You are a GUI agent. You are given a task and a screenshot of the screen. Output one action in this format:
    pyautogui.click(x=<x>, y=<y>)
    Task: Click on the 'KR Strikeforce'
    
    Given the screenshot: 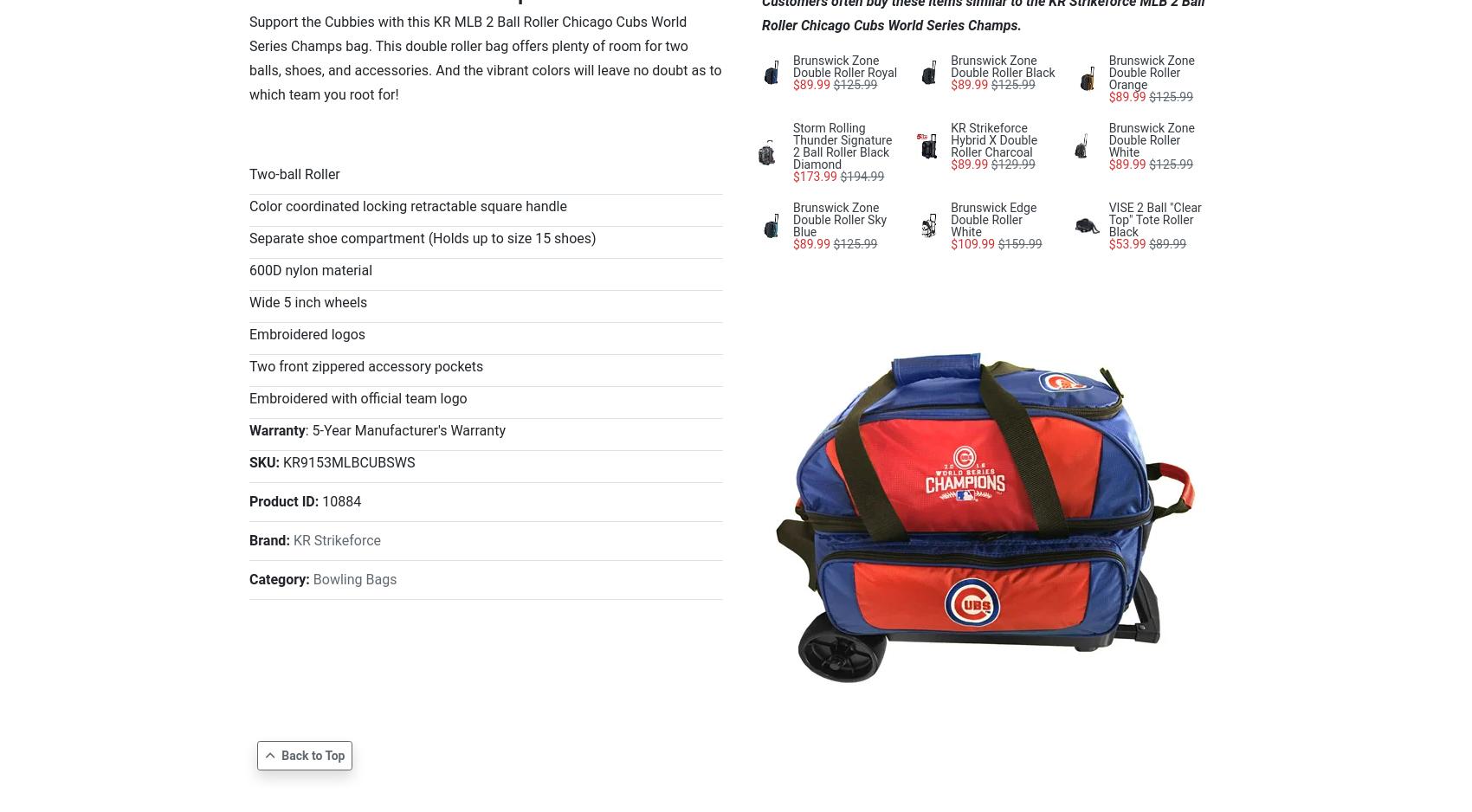 What is the action you would take?
    pyautogui.click(x=335, y=540)
    